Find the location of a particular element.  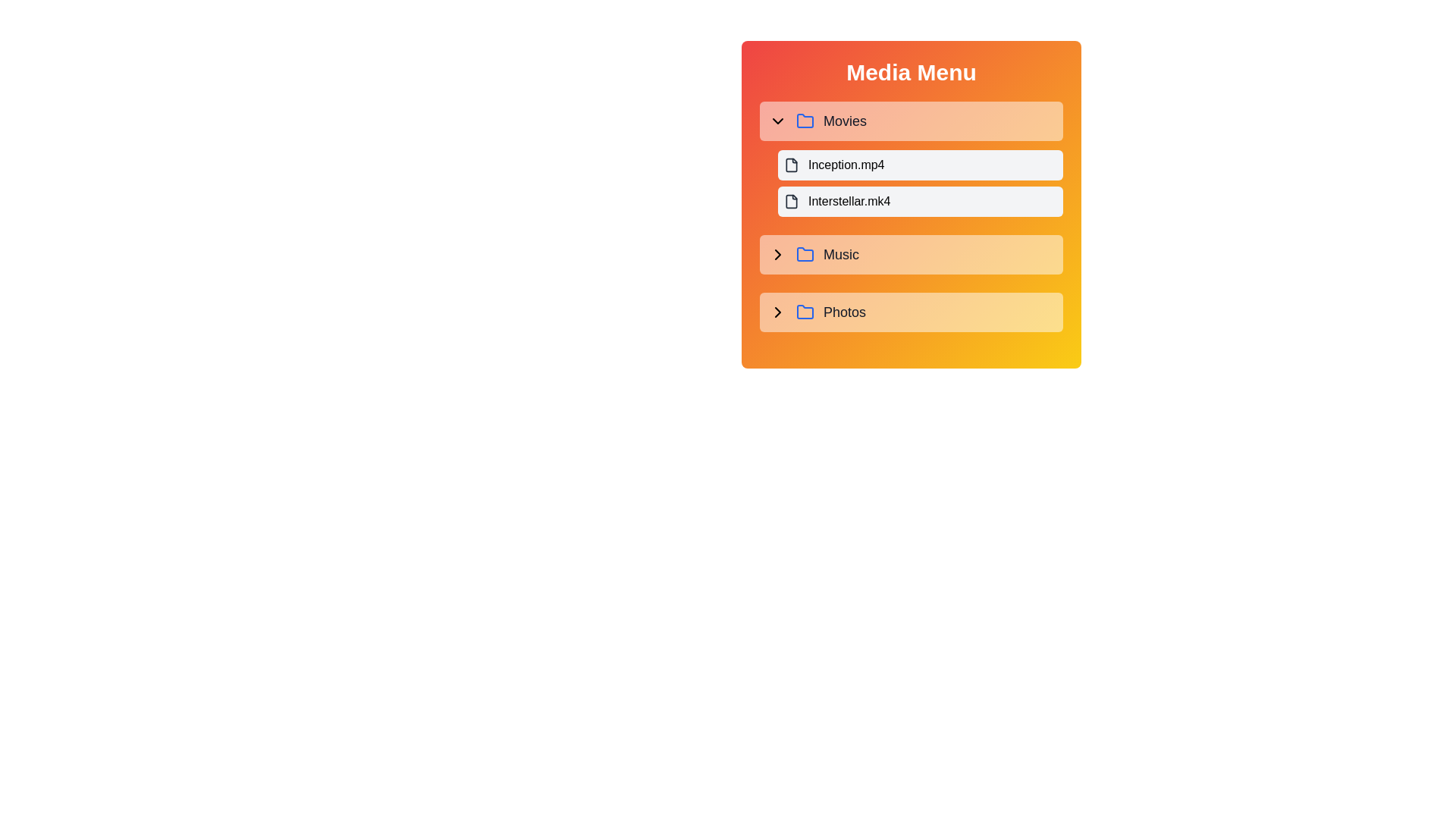

the rightward-pointing chevron symbol icon located next to the 'Music' folder label in the media menu is located at coordinates (778, 253).